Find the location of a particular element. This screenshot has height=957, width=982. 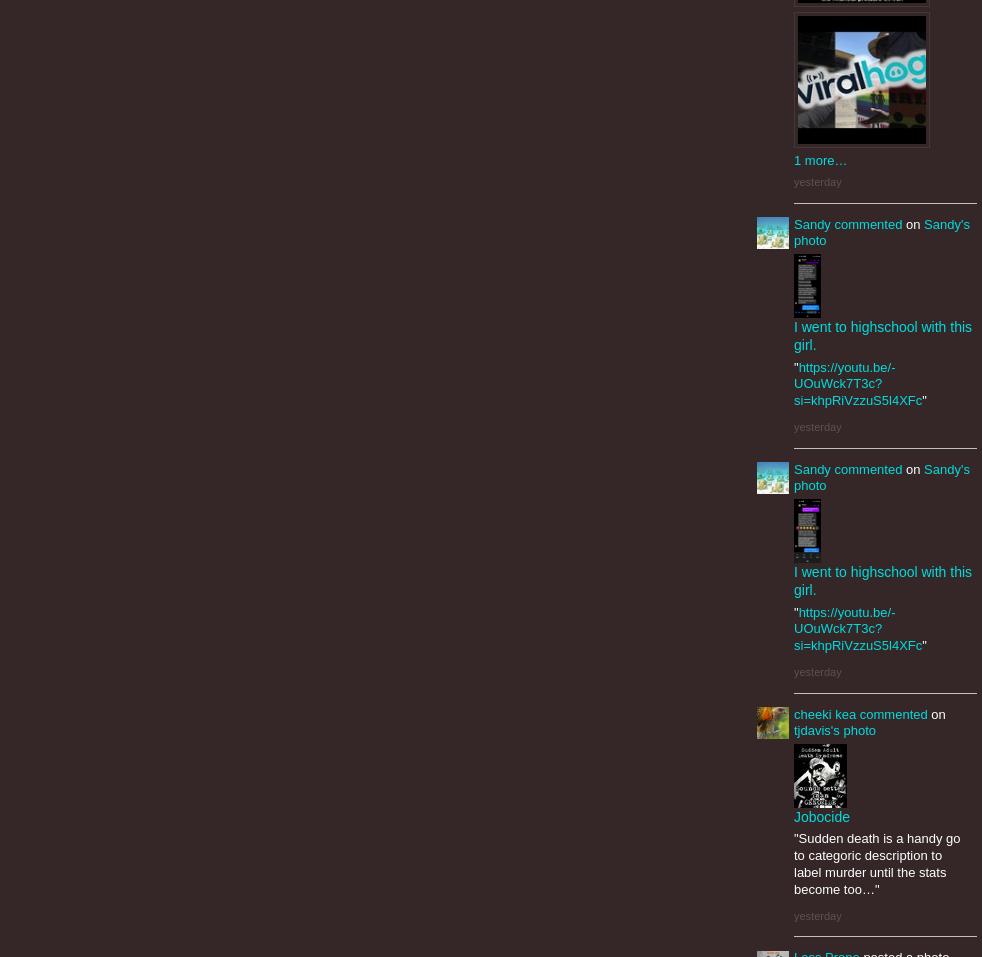

'Jobocide' is located at coordinates (821, 815).